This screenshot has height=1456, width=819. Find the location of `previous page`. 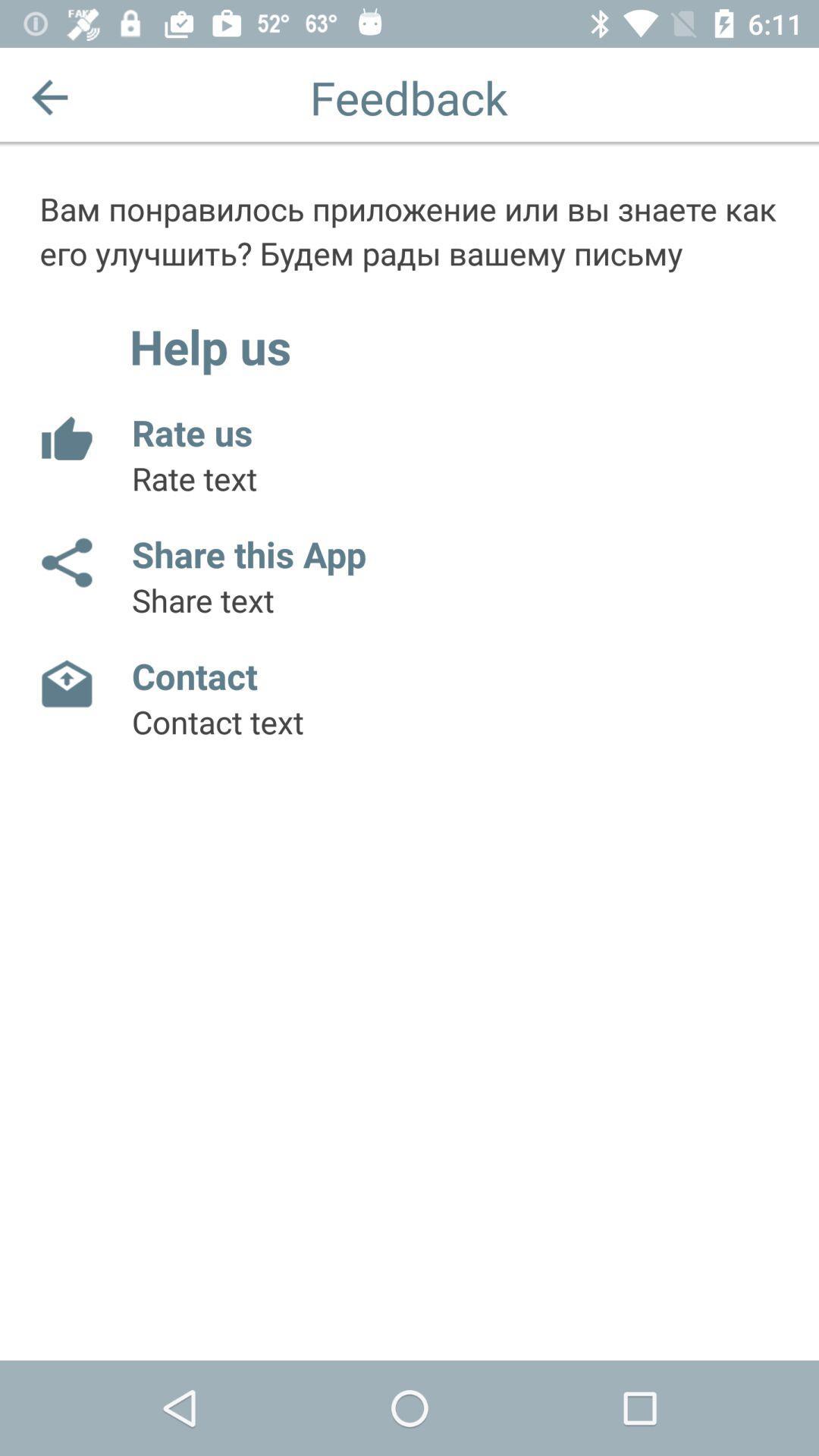

previous page is located at coordinates (49, 96).